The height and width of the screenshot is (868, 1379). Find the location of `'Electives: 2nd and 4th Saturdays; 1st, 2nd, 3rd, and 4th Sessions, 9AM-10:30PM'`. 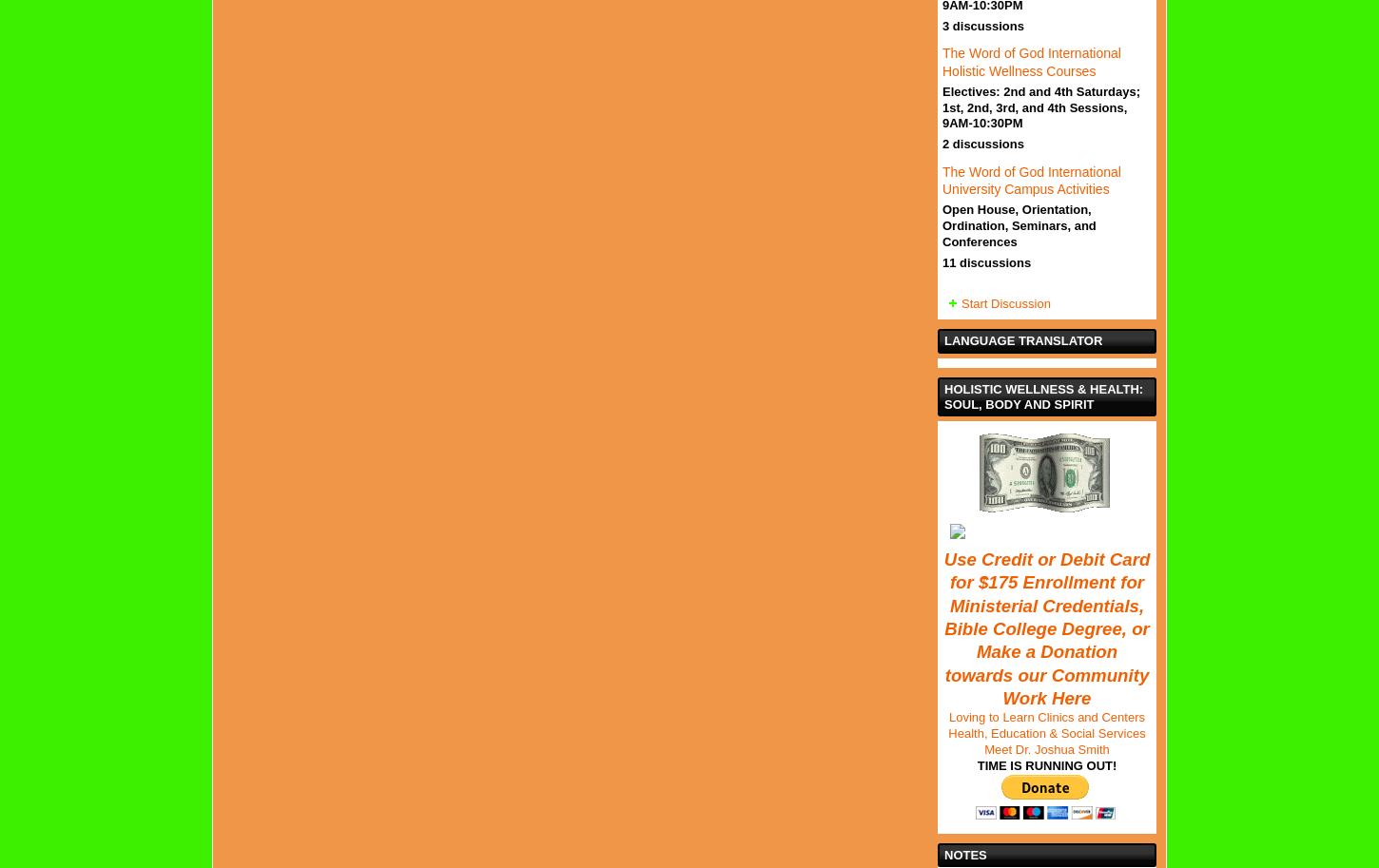

'Electives: 2nd and 4th Saturdays; 1st, 2nd, 3rd, and 4th Sessions, 9AM-10:30PM' is located at coordinates (1040, 106).